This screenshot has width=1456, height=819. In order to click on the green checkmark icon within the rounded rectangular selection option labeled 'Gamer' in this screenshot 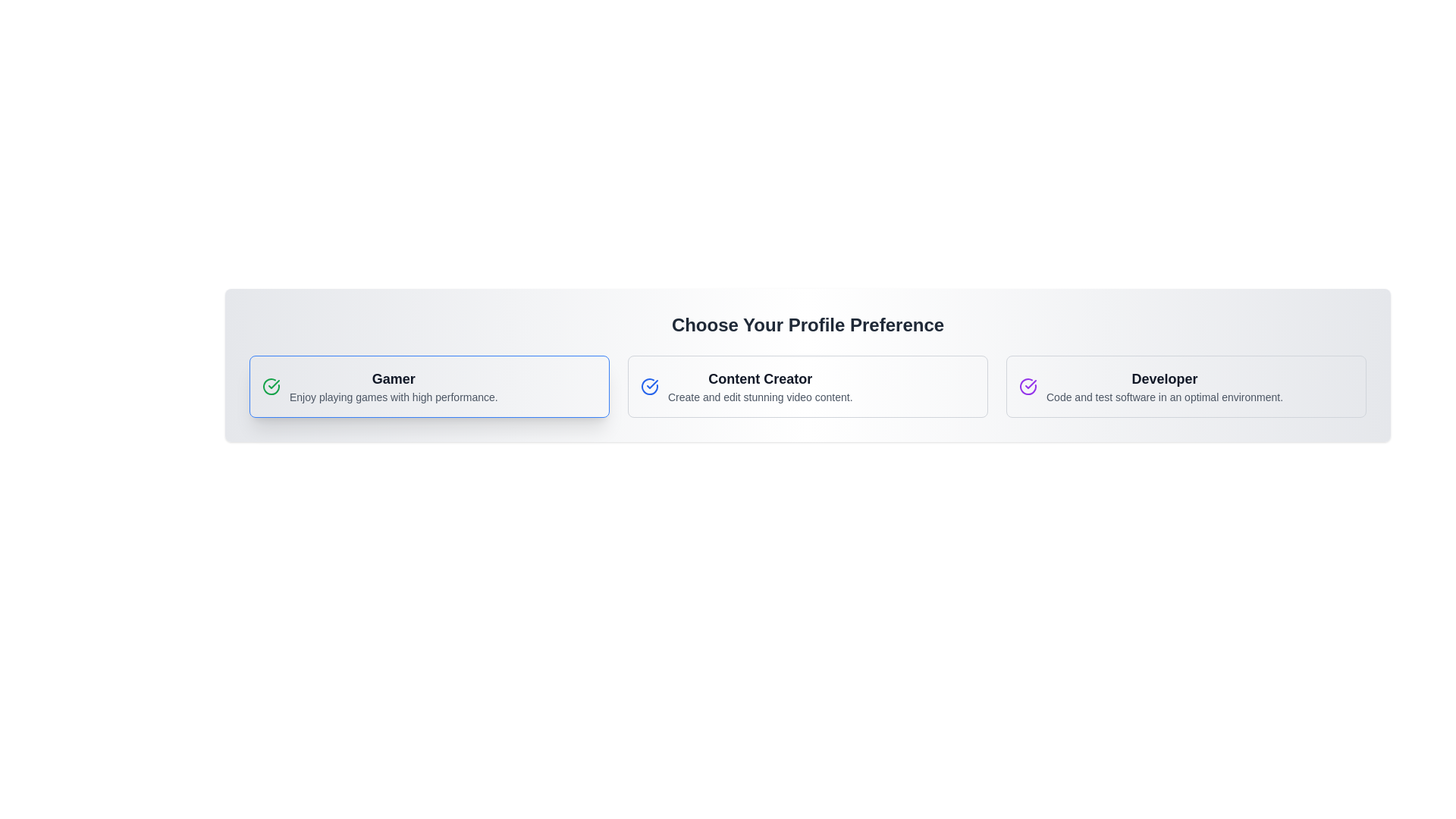, I will do `click(274, 383)`.